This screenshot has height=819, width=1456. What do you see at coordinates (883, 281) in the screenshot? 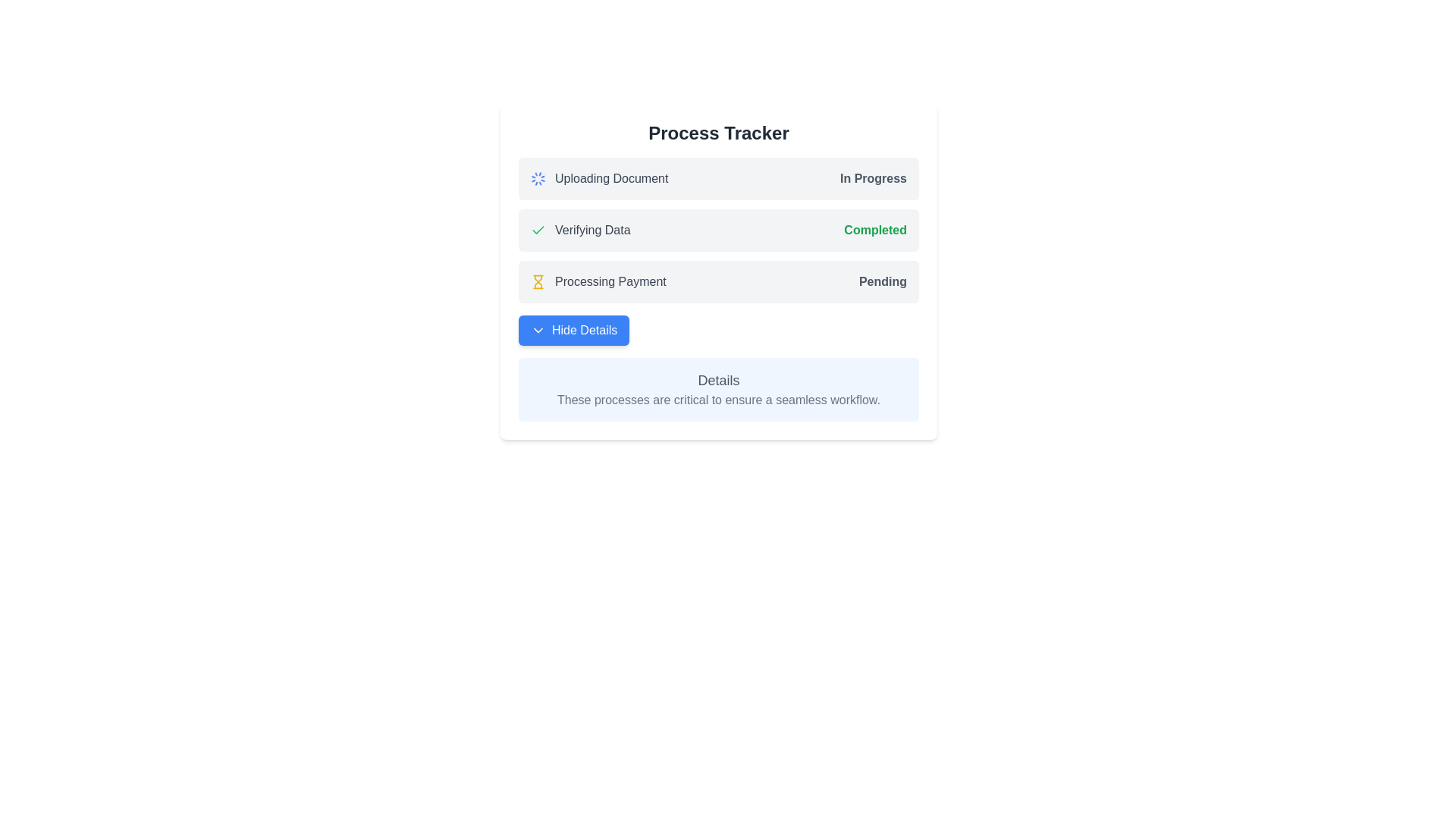
I see `the label displaying the text 'Pending'` at bounding box center [883, 281].